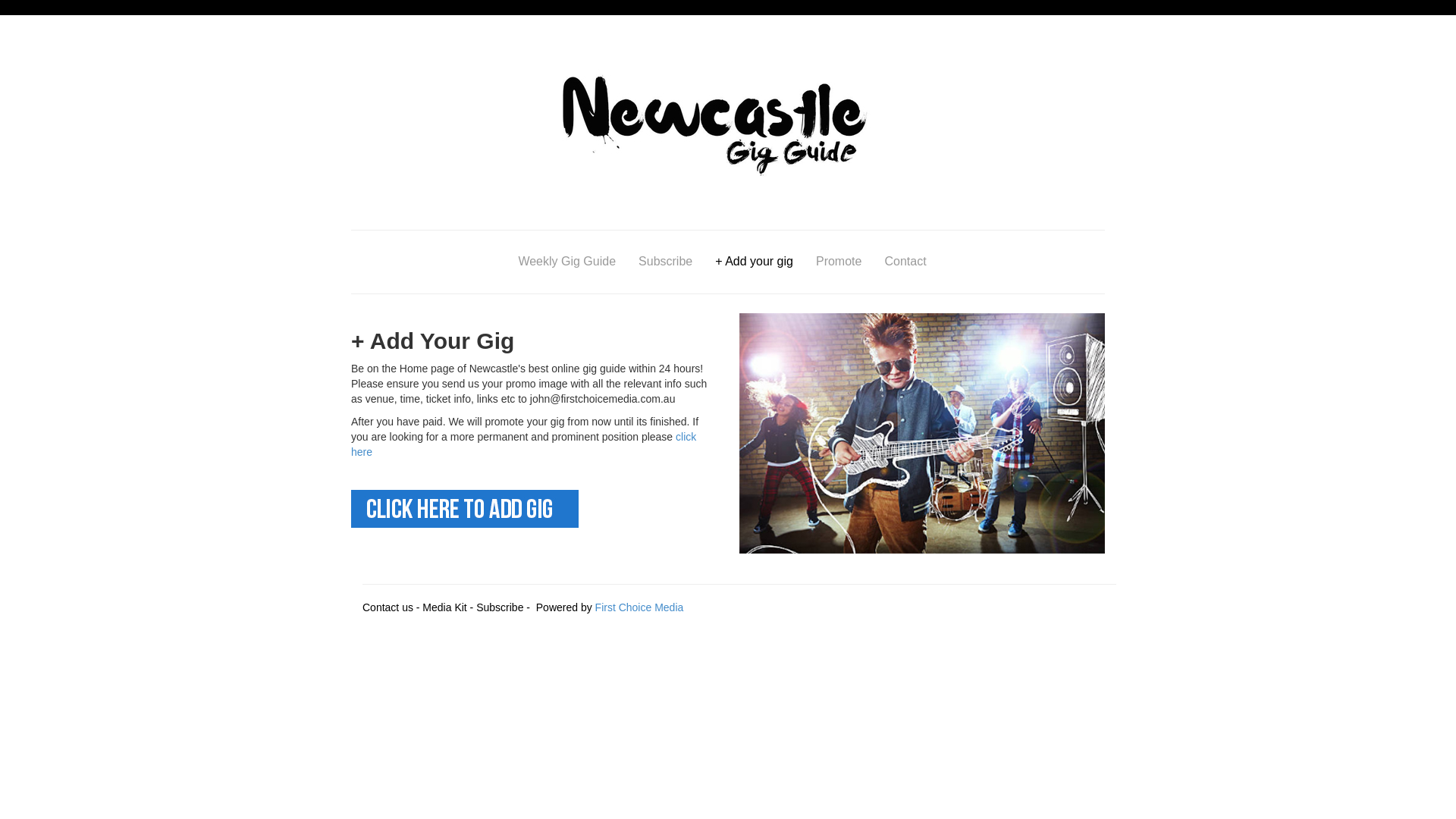  What do you see at coordinates (905, 261) in the screenshot?
I see `'Contact'` at bounding box center [905, 261].